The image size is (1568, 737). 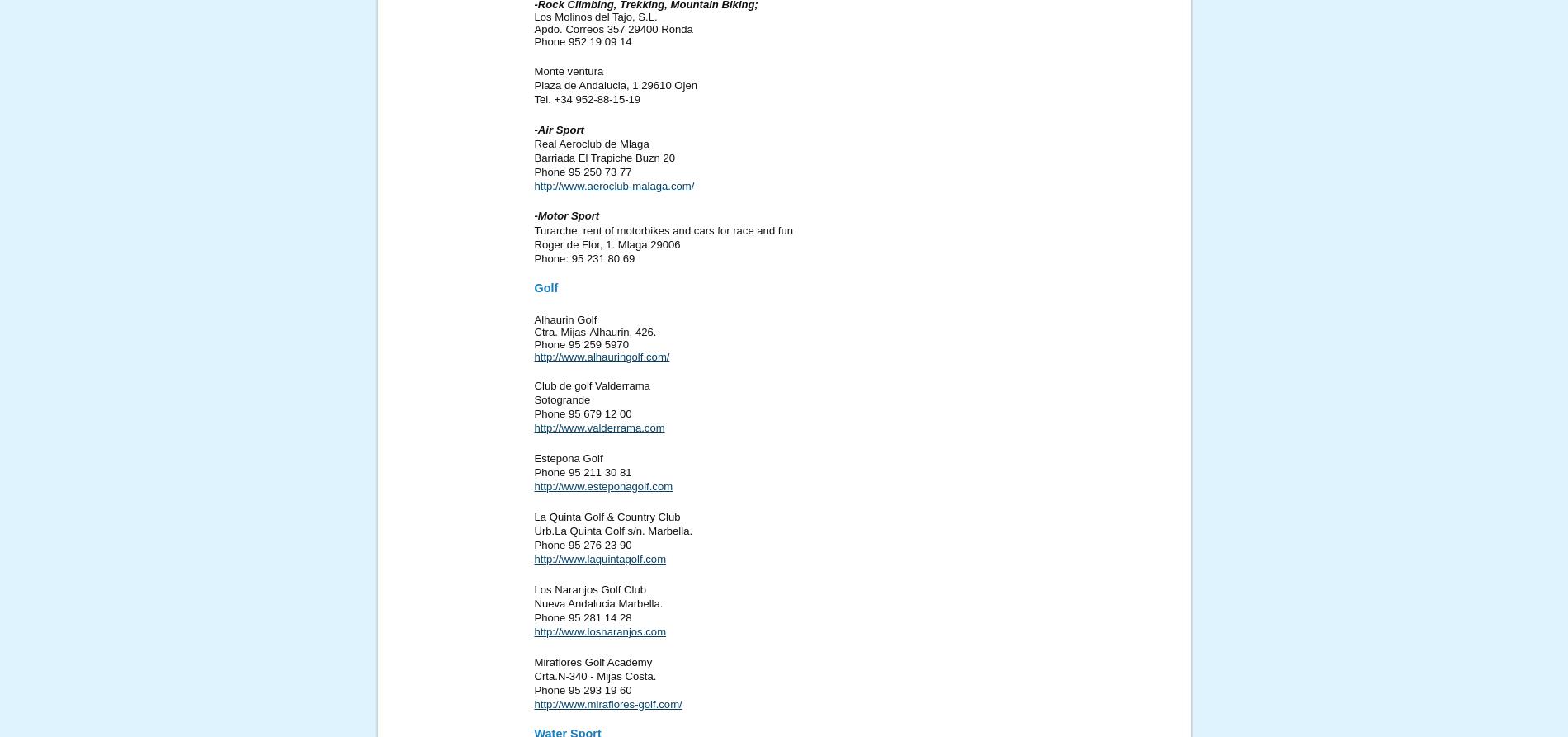 What do you see at coordinates (594, 331) in the screenshot?
I see `'Ctra. Mijas-Alhaurin, 426.'` at bounding box center [594, 331].